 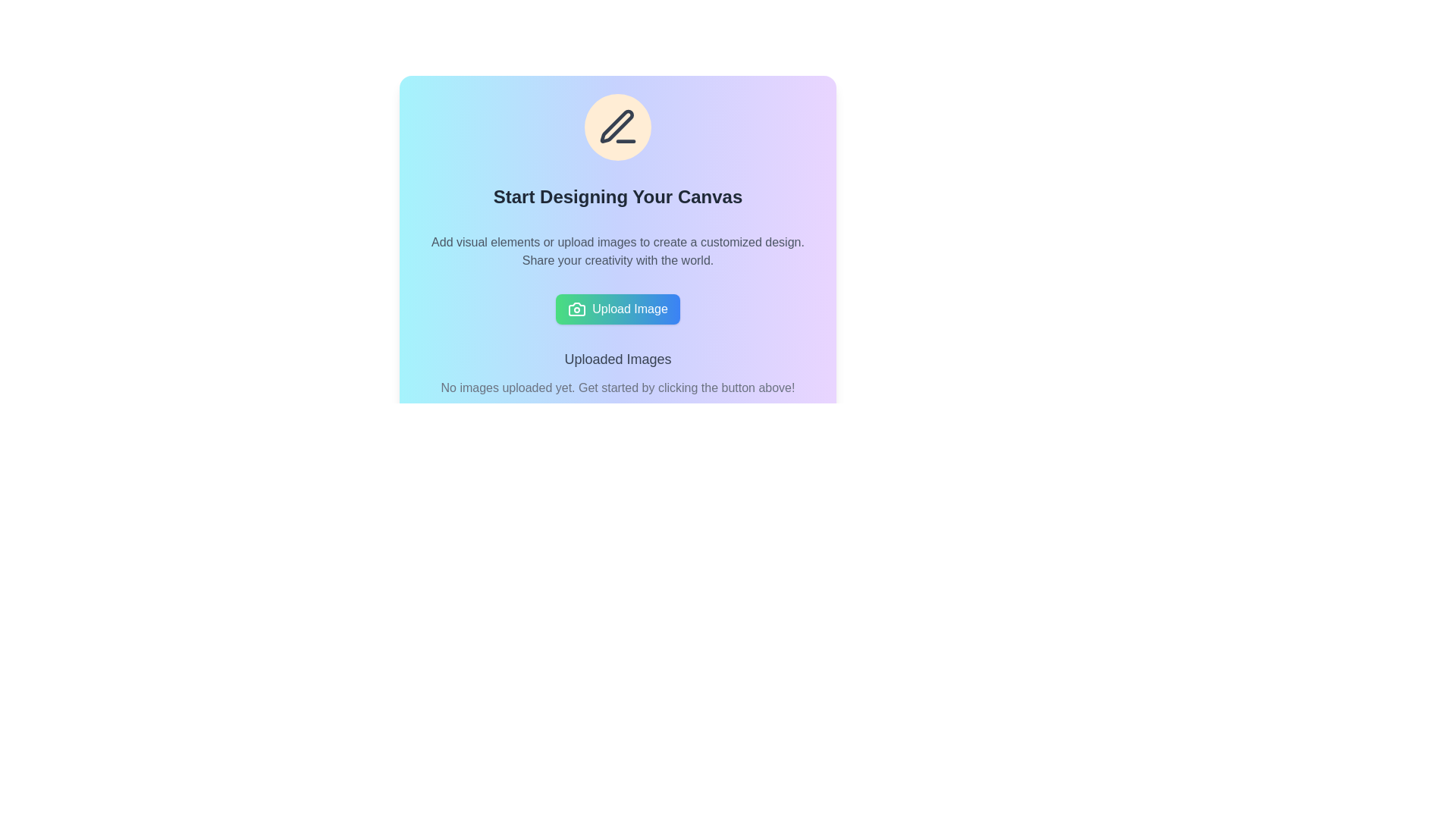 What do you see at coordinates (618, 250) in the screenshot?
I see `the two-line text that reads 'Add visual elements or upload images to create a customized design. Share your creativity with the world.' which is located below the title 'Start Designing Your Canvas' and above the 'Upload Image' button within the centered card component` at bounding box center [618, 250].